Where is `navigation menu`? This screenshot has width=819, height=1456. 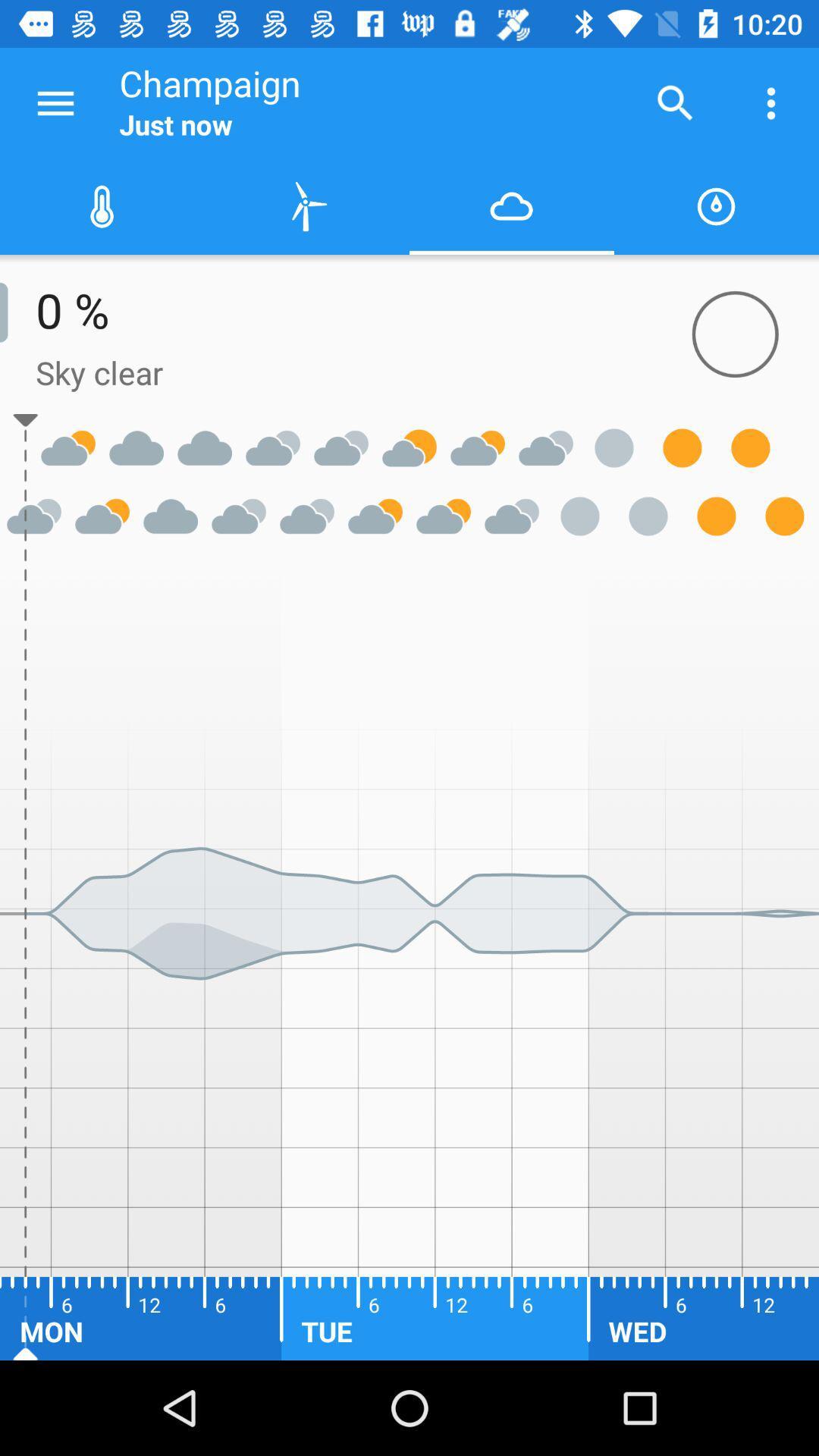 navigation menu is located at coordinates (55, 102).